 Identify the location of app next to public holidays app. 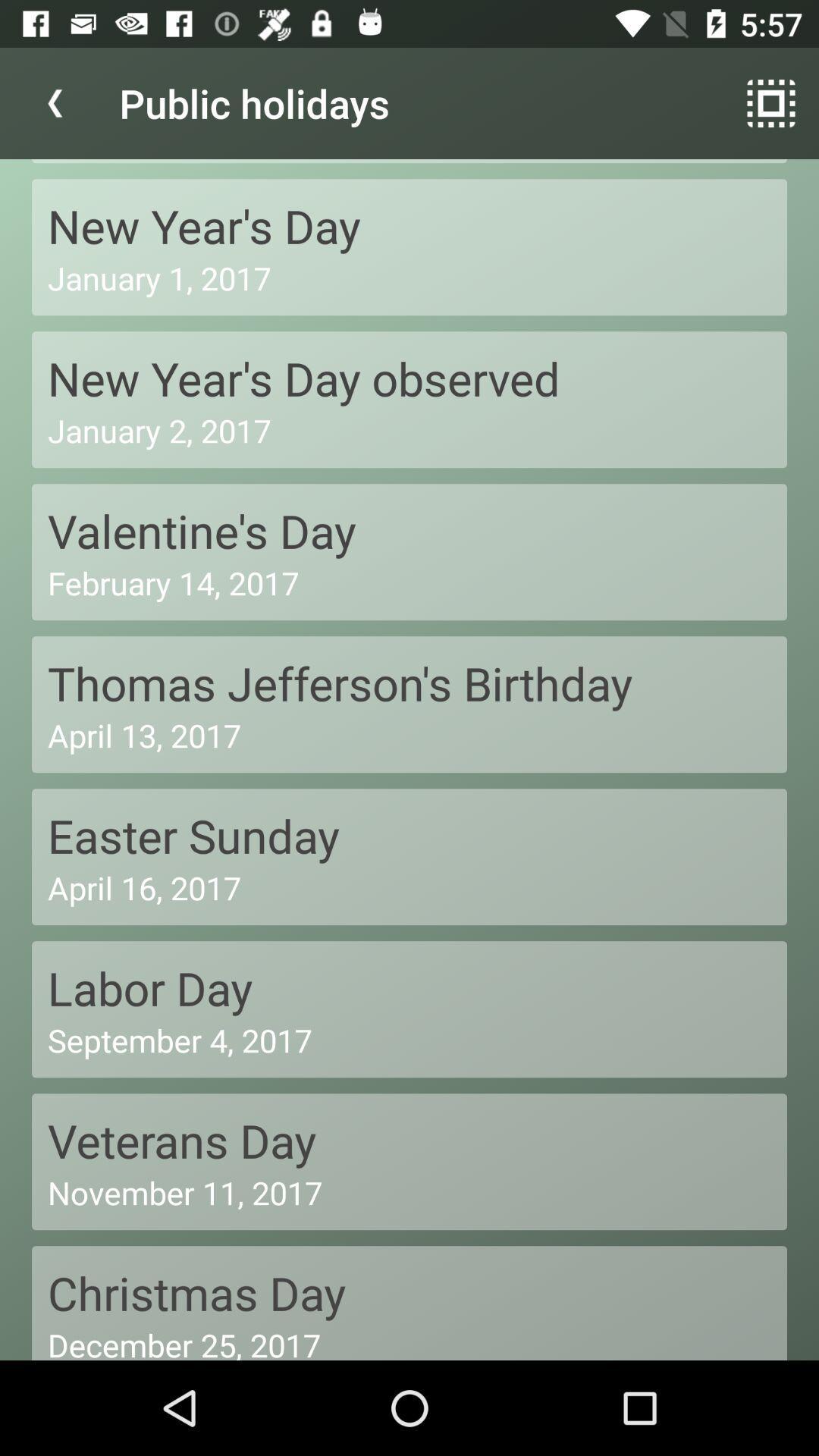
(771, 102).